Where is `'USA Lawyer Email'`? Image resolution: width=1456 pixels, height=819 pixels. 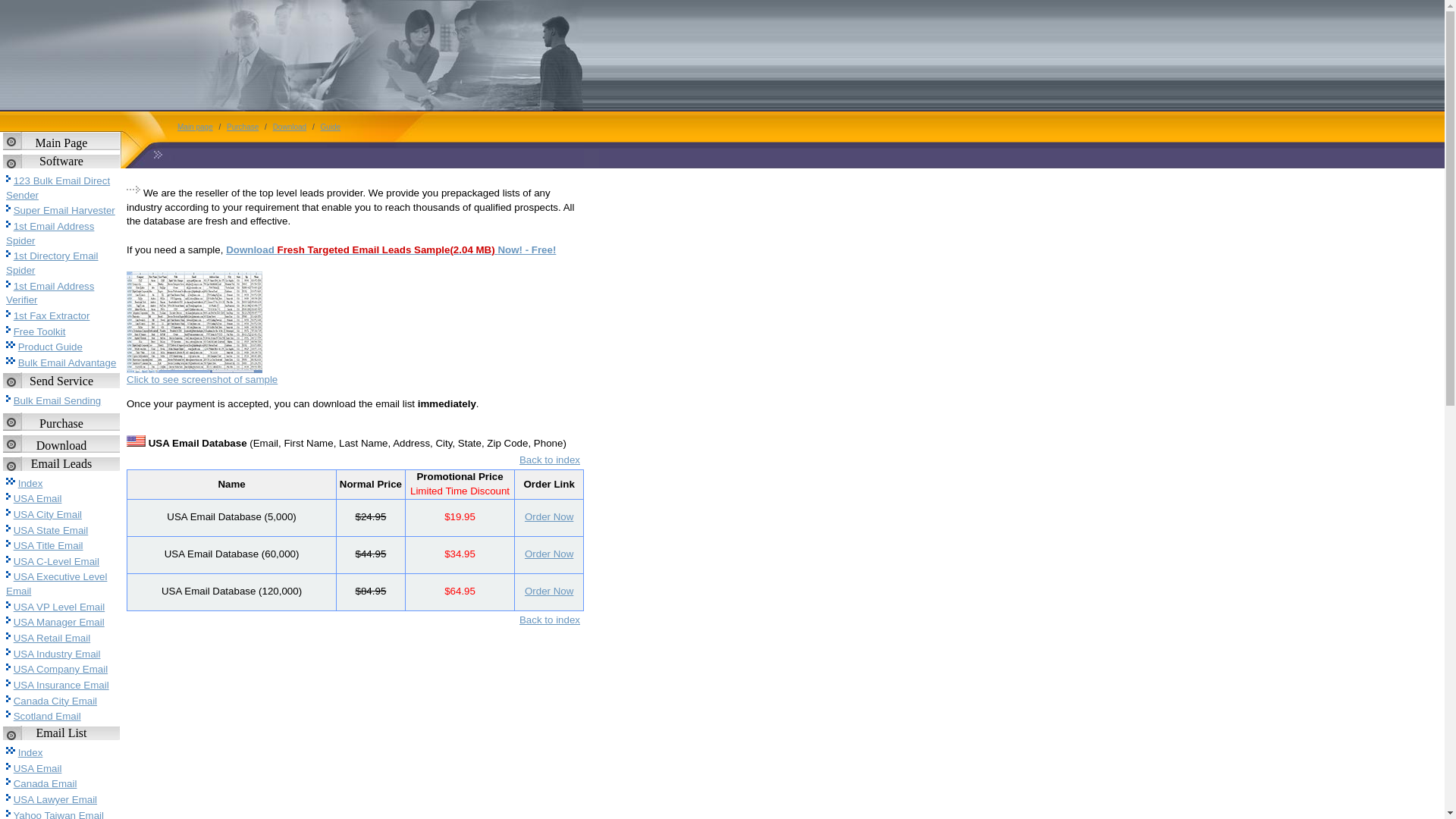
'USA Lawyer Email' is located at coordinates (14, 799).